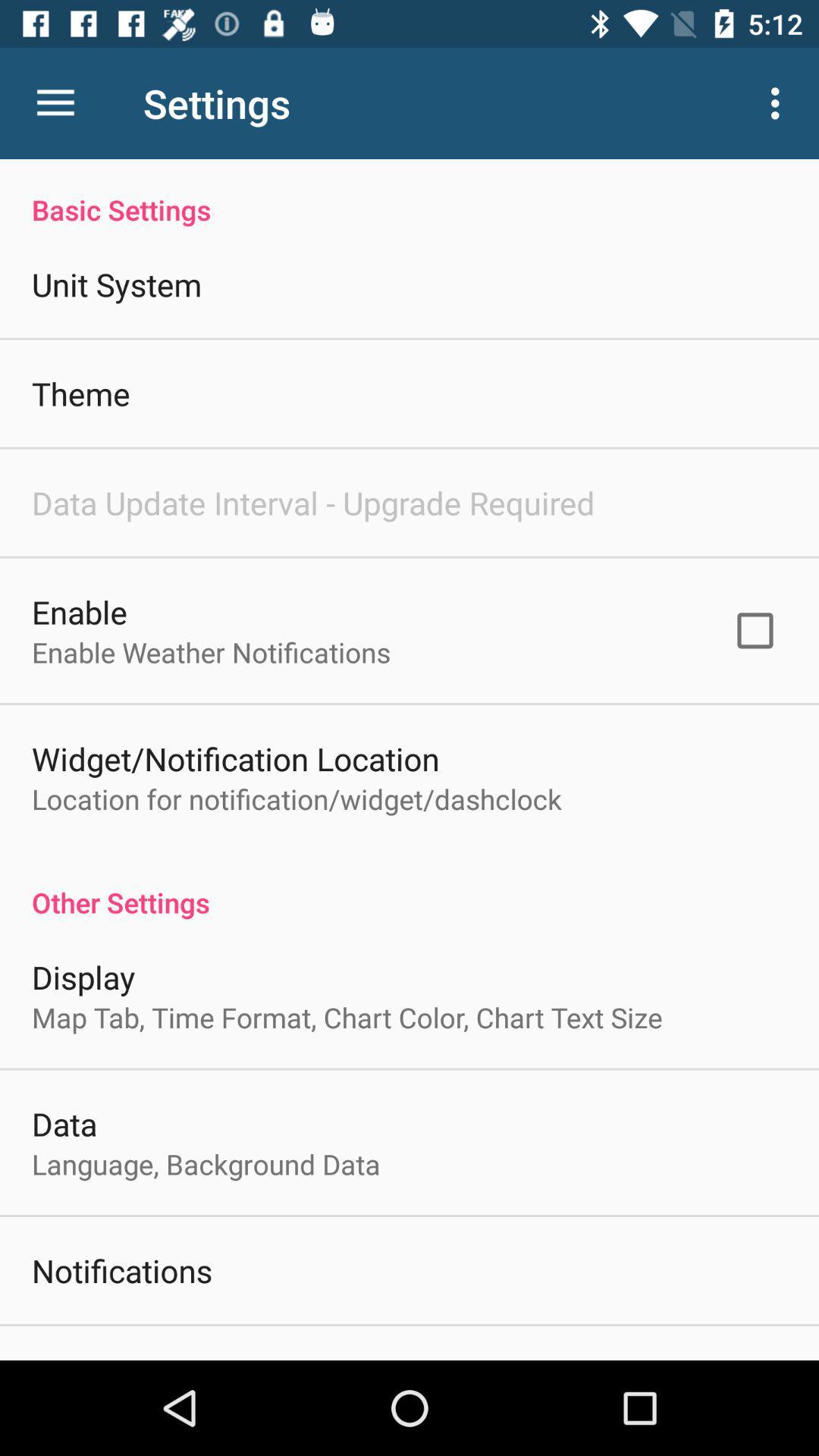  Describe the element at coordinates (409, 886) in the screenshot. I see `item above the display` at that location.